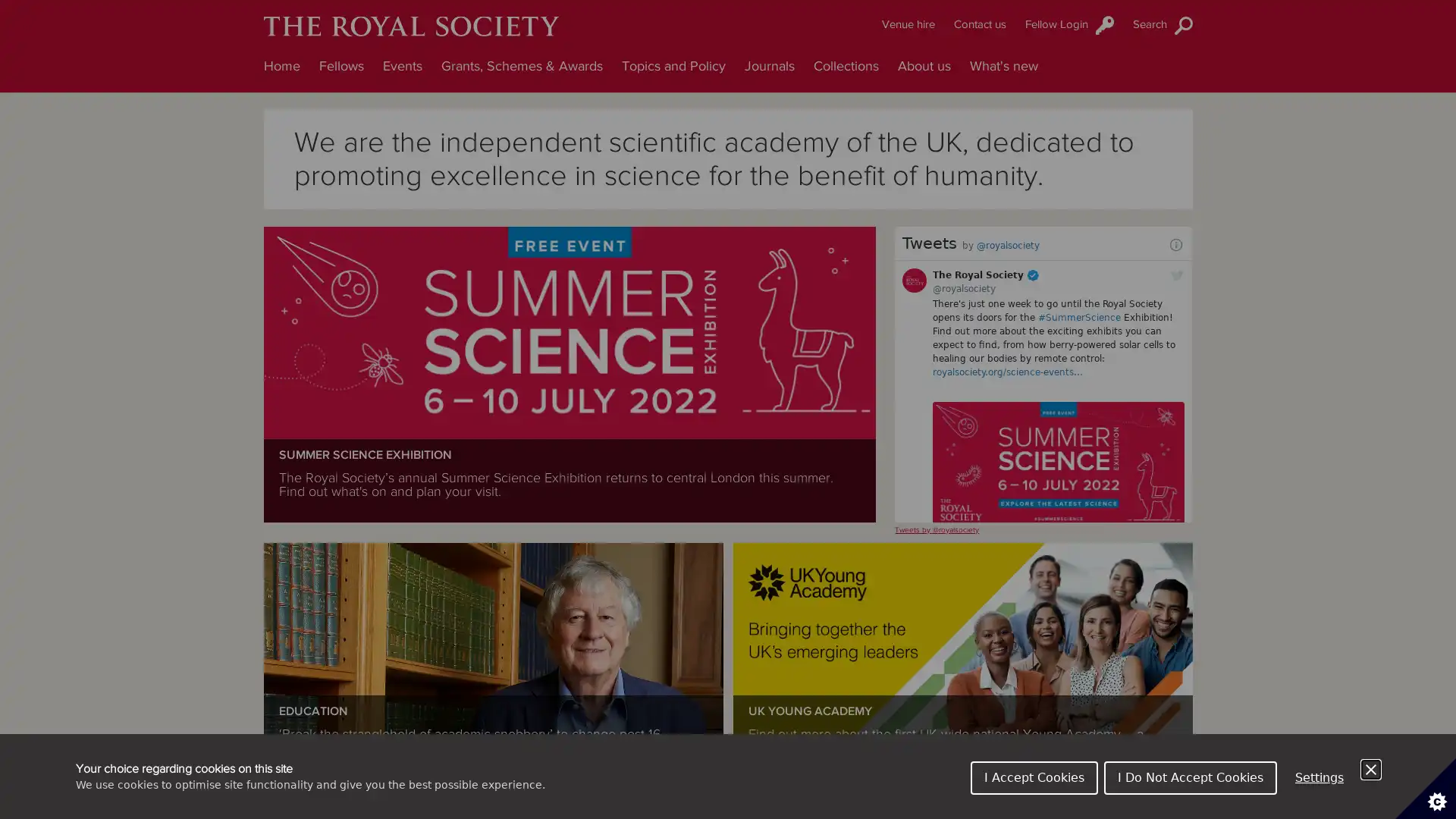  I want to click on Close Cookie Control, so click(1371, 769).